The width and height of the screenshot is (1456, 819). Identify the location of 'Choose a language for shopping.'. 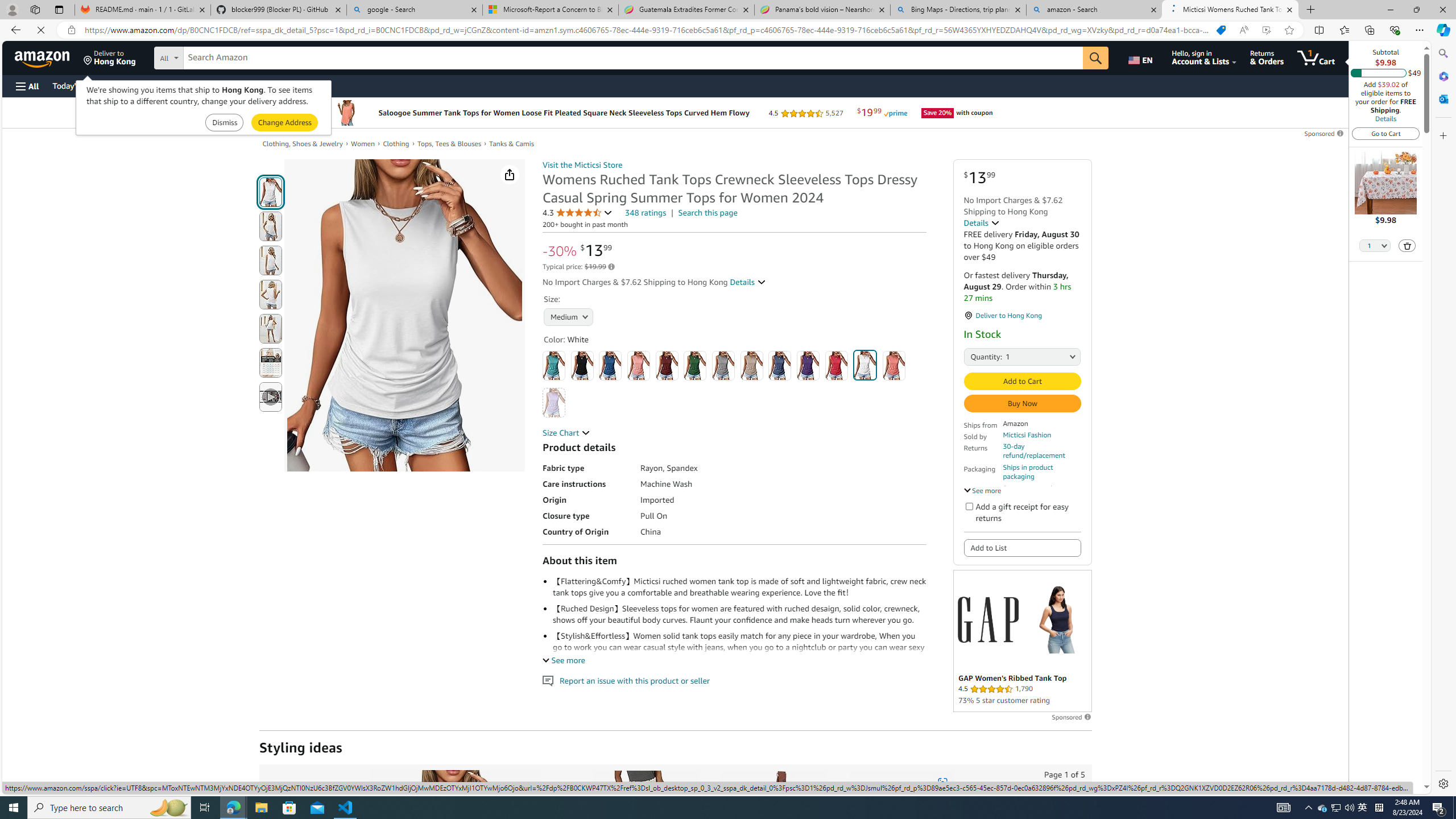
(1141, 57).